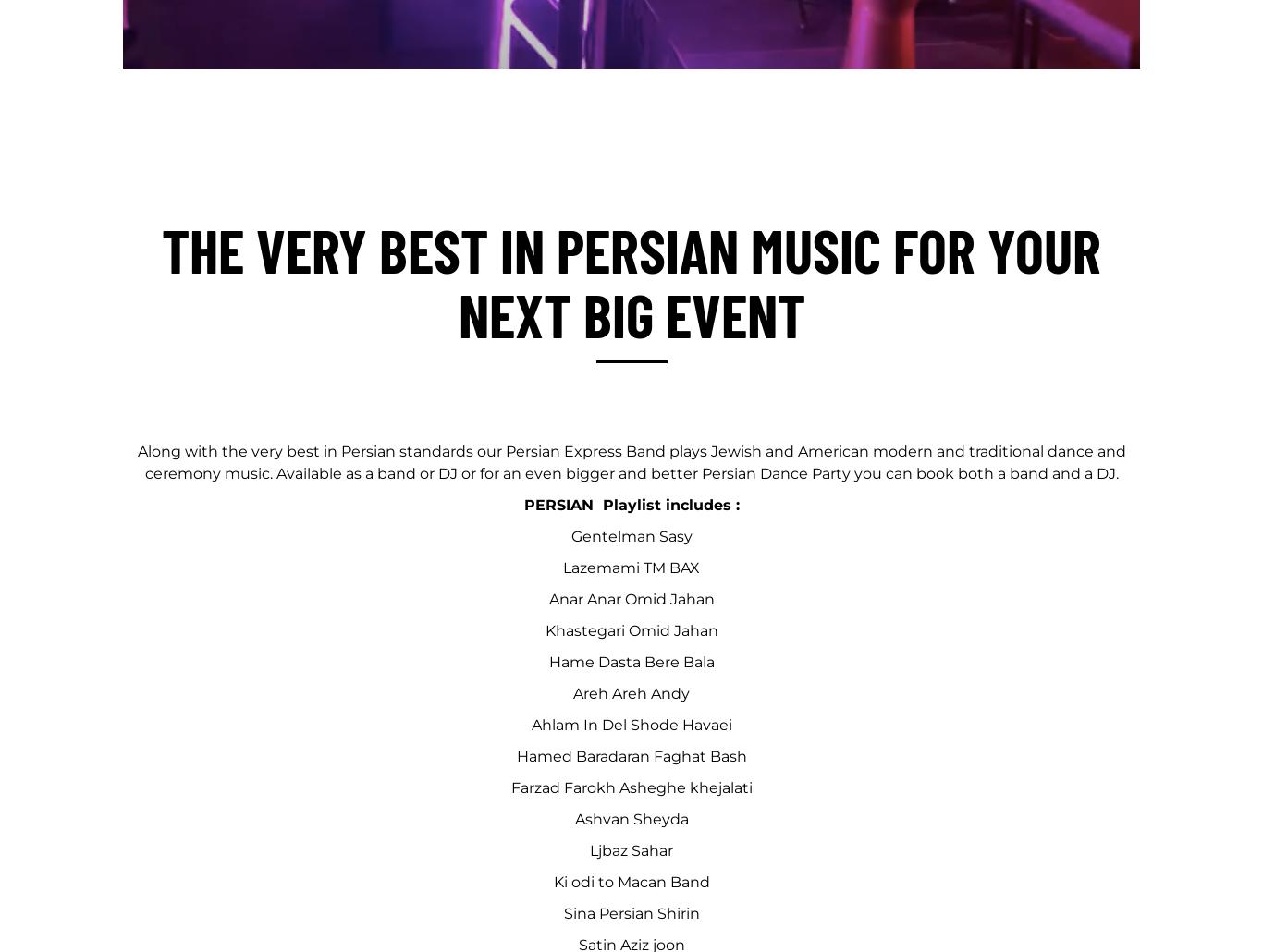 This screenshot has width=1263, height=952. What do you see at coordinates (631, 850) in the screenshot?
I see `'Ljbaz Sahar'` at bounding box center [631, 850].